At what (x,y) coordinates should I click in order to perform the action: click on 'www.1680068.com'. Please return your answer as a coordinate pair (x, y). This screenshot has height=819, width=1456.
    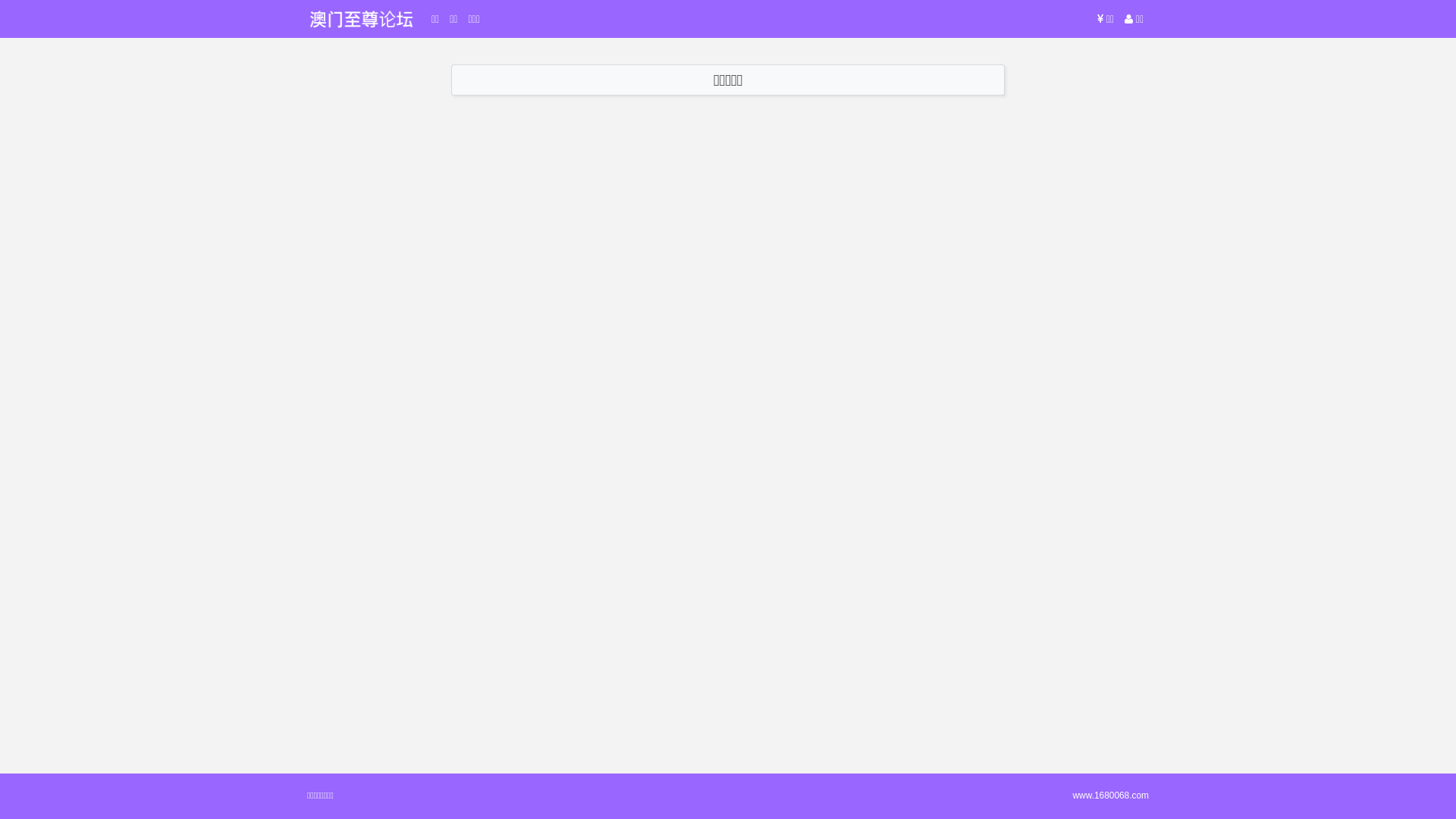
    Looking at the image, I should click on (1072, 795).